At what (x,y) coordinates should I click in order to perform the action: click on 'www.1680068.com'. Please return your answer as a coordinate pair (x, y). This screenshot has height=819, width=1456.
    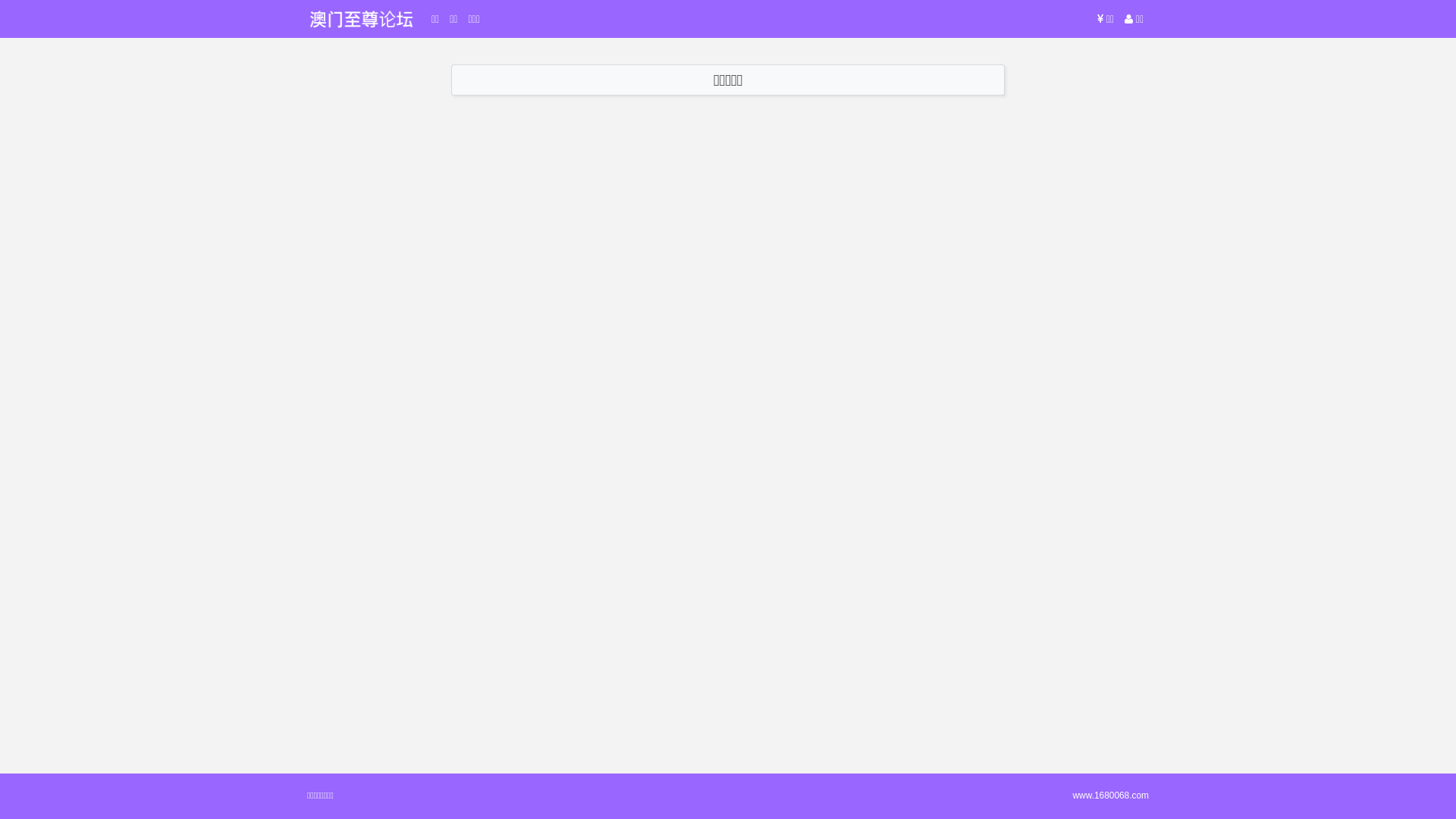
    Looking at the image, I should click on (1072, 795).